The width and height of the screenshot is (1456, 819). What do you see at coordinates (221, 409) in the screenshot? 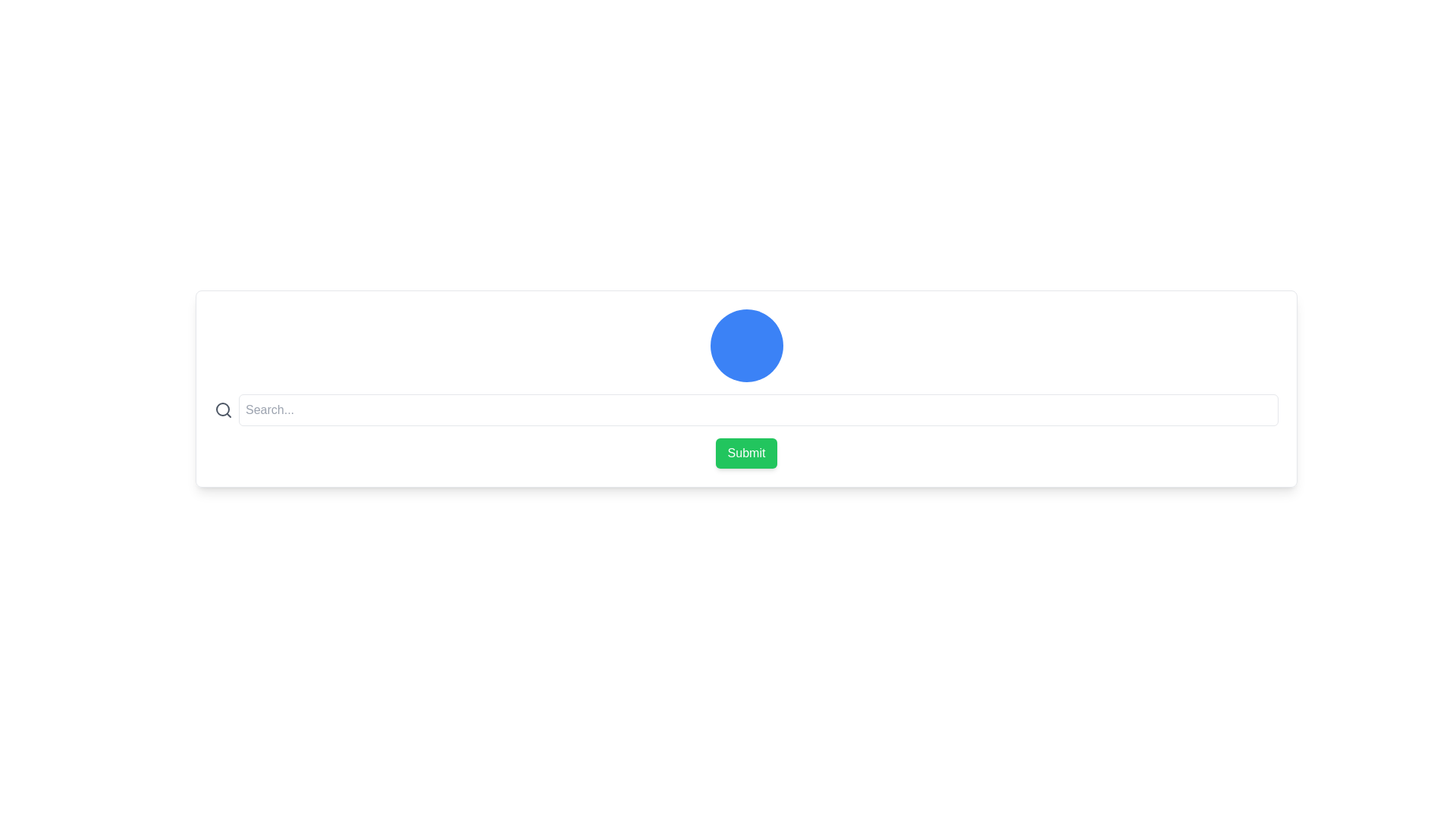
I see `the circular SVG element that is part of the search icon, which has no fill and an 8-unit radius, positioned centrally within the magnifying glass depiction` at bounding box center [221, 409].